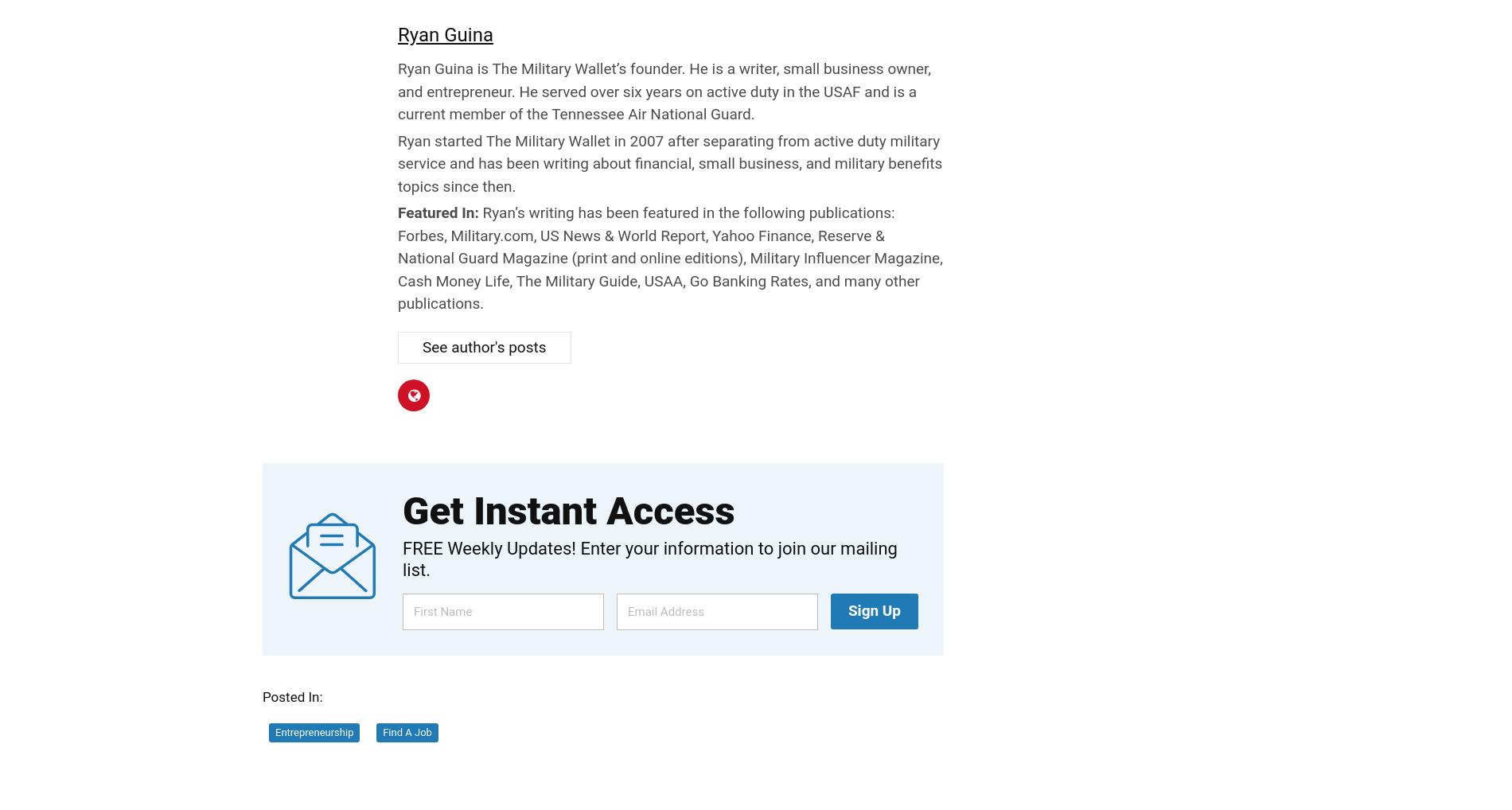  I want to click on 'Ryan started The Military Wallet in 2007 after separating from active duty military service and has been writing about financial, small business, and military benefits topics since then.', so click(398, 162).